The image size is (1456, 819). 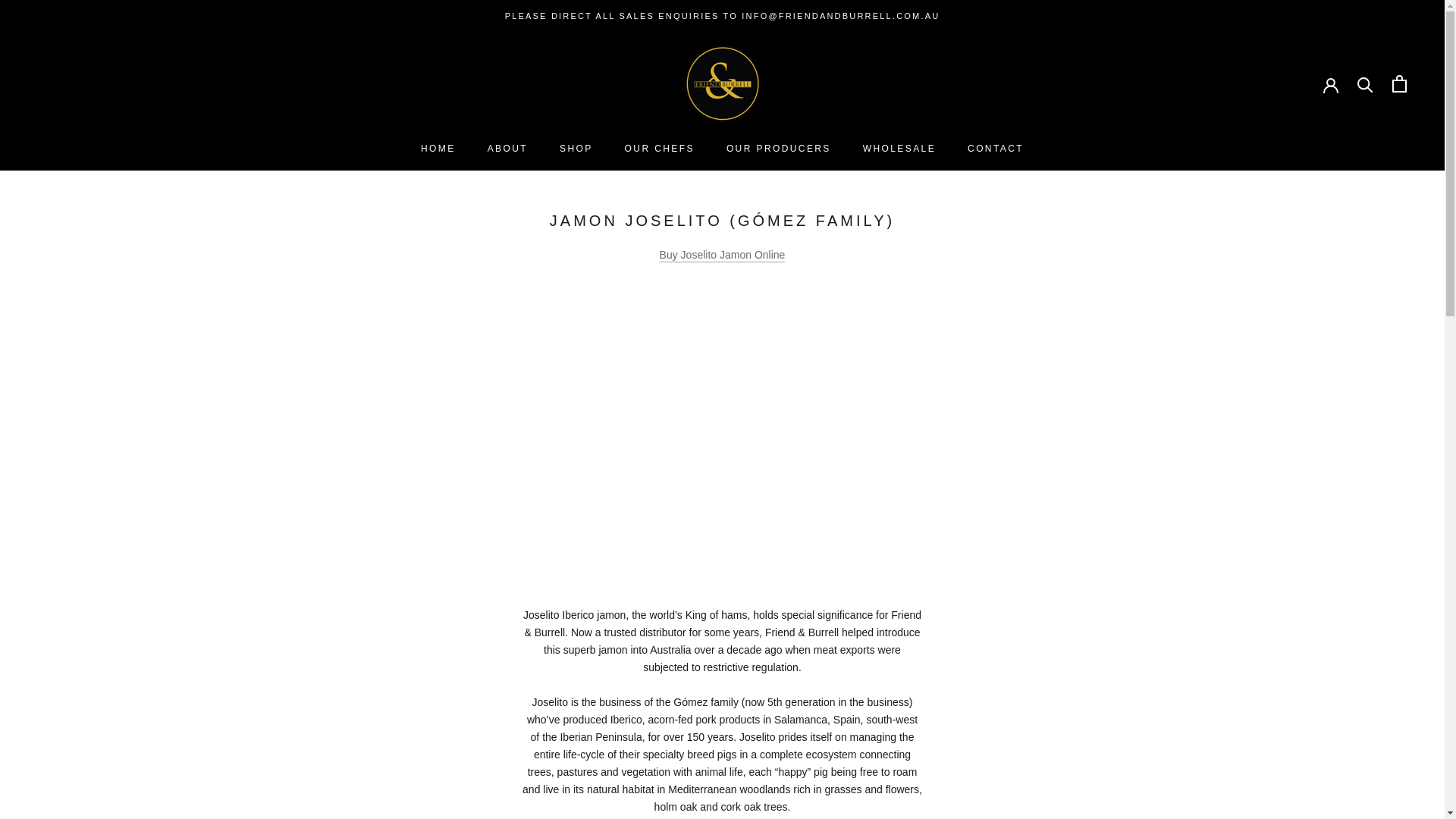 What do you see at coordinates (779, 149) in the screenshot?
I see `'OUR PRODUCERS` at bounding box center [779, 149].